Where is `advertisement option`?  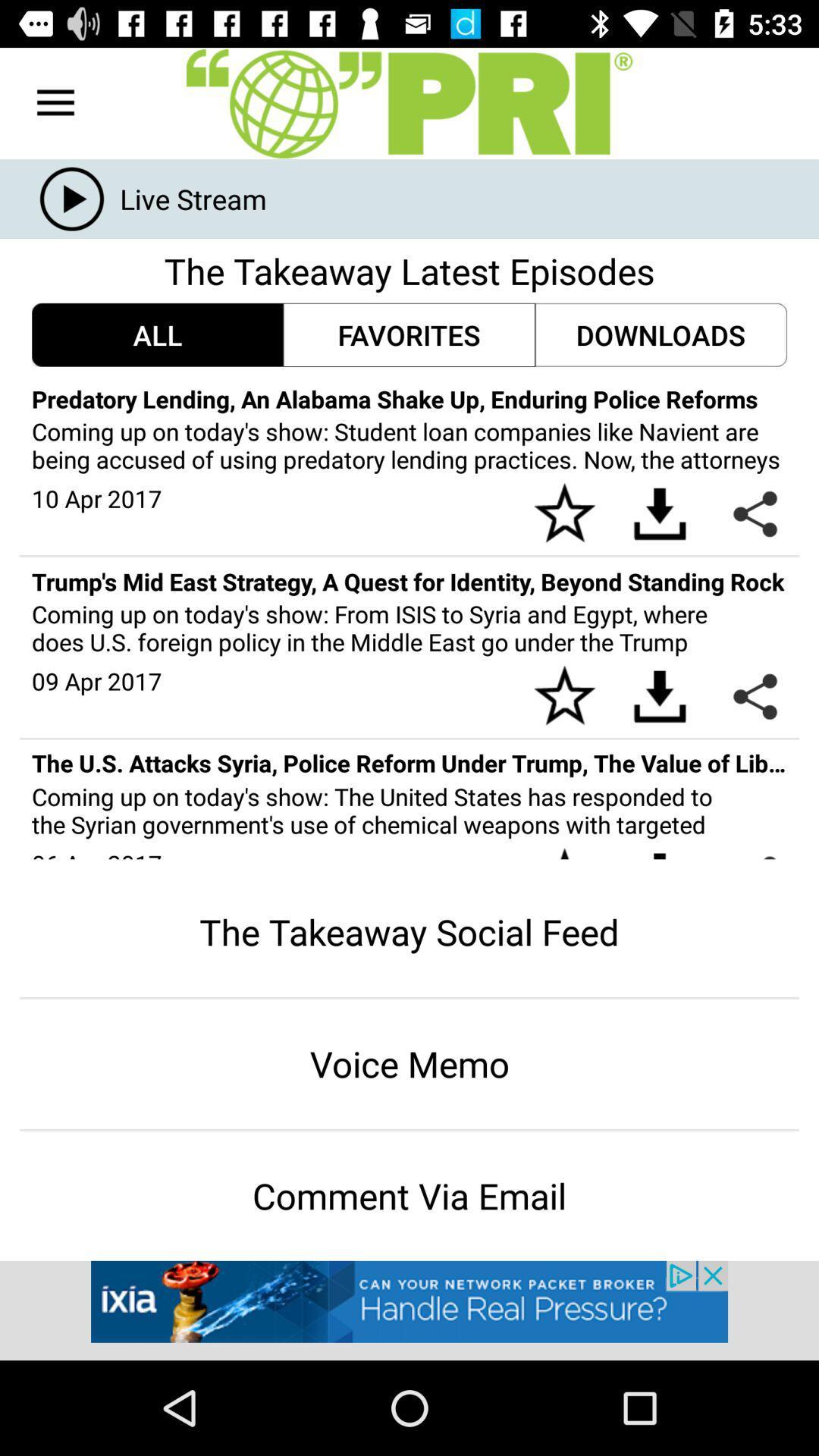 advertisement option is located at coordinates (409, 1310).